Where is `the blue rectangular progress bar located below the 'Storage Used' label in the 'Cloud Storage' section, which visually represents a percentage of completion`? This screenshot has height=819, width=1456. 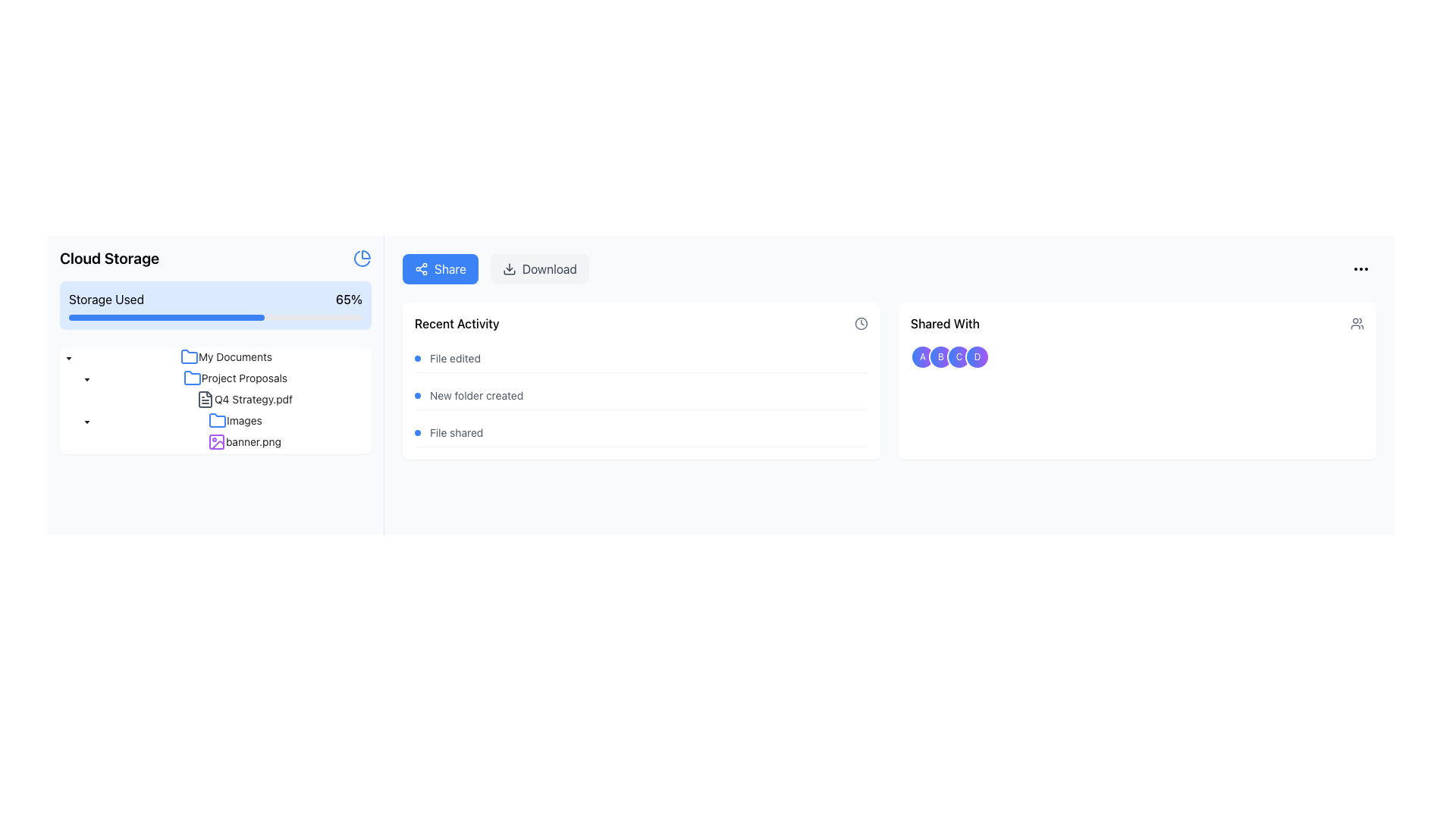 the blue rectangular progress bar located below the 'Storage Used' label in the 'Cloud Storage' section, which visually represents a percentage of completion is located at coordinates (167, 317).